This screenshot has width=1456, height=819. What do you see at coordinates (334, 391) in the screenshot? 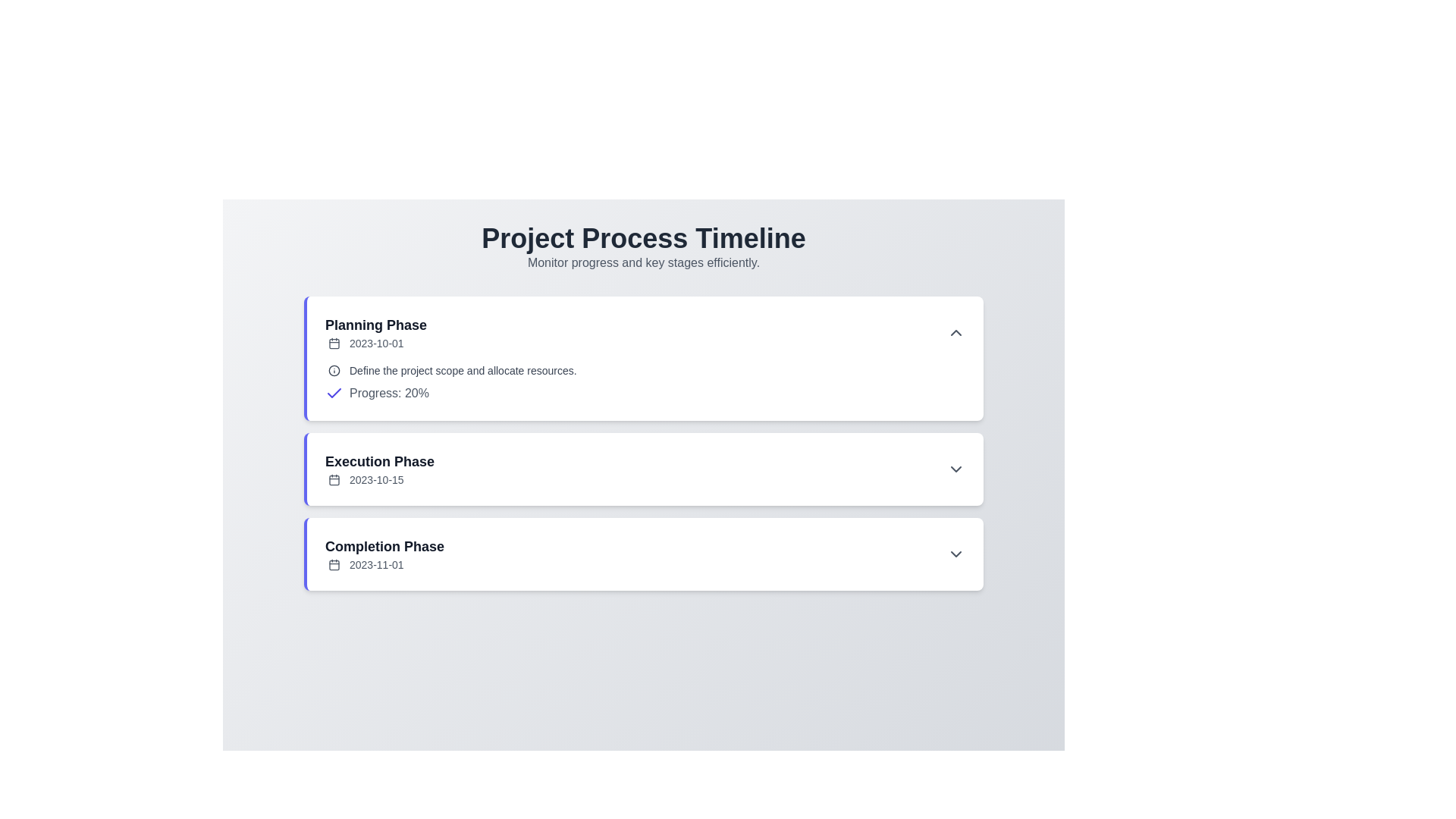
I see `the bold indigo checkmark icon located beside the text 'Progress: 20%' in the 'Planning Phase' card by moving the cursor to its center point` at bounding box center [334, 391].